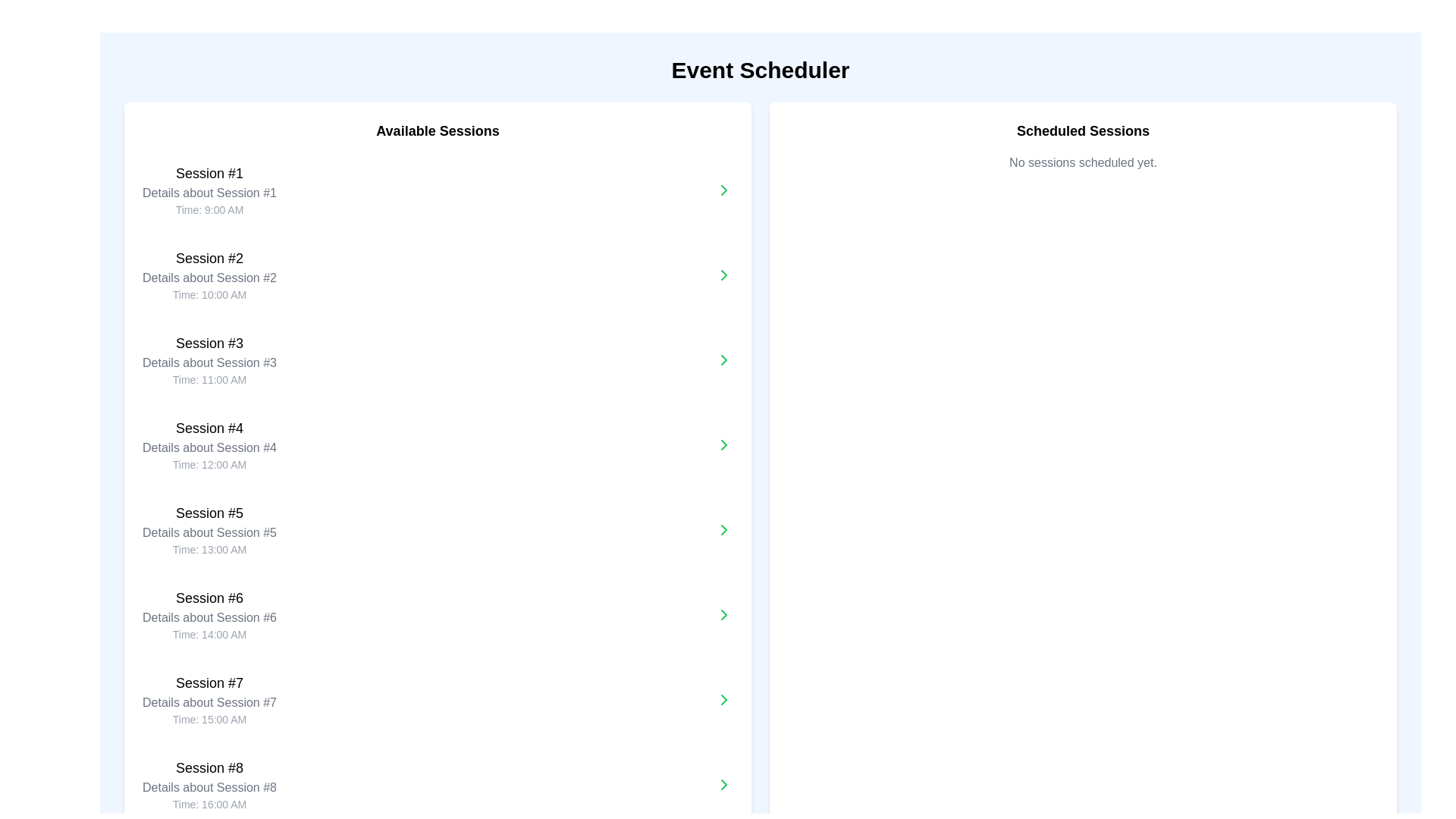  Describe the element at coordinates (723, 529) in the screenshot. I see `the right-pointing chevron icon associated with 'Session #5' in the 'Available Sessions' list on the left panel` at that location.